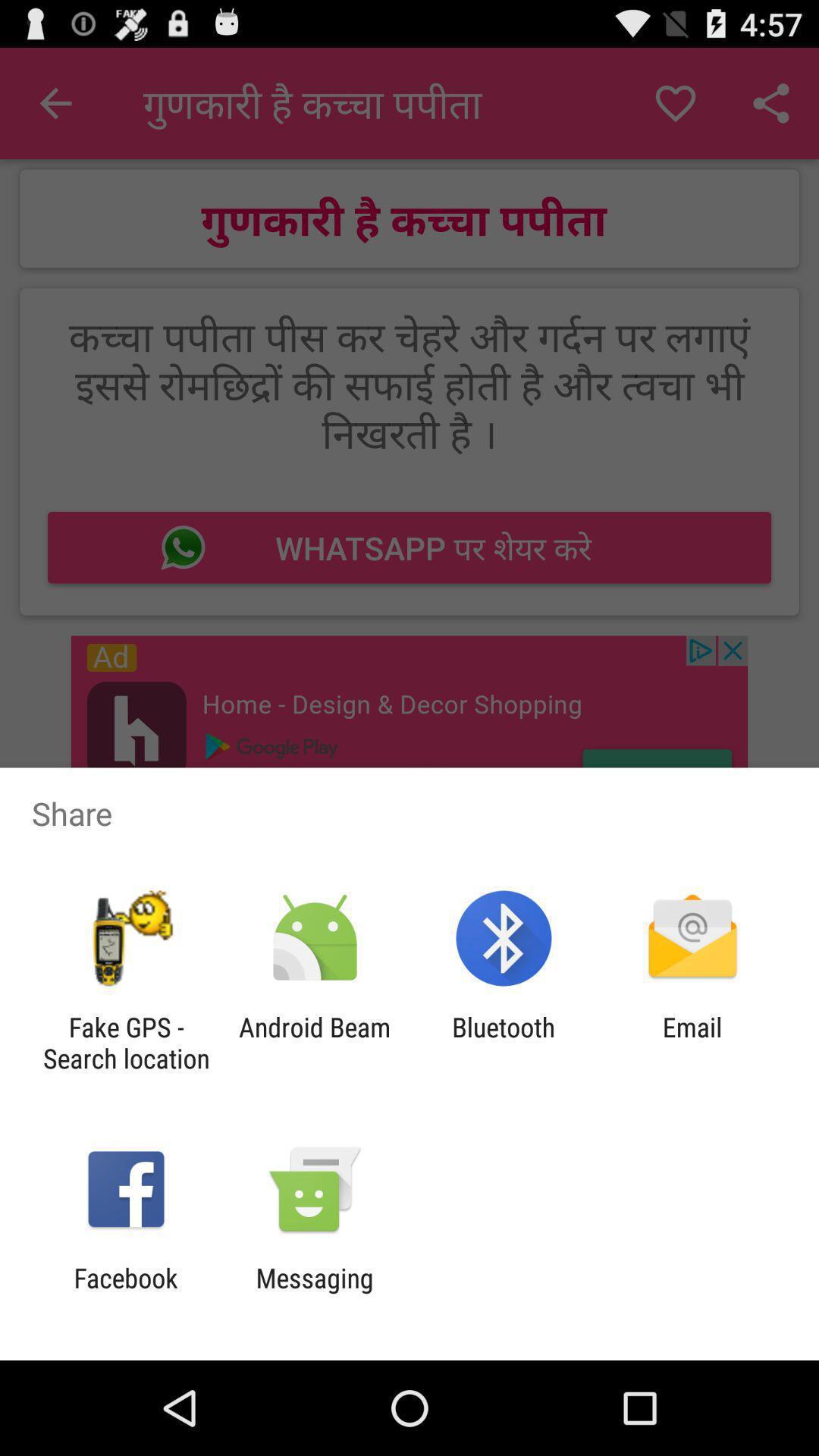 The width and height of the screenshot is (819, 1456). I want to click on messaging app, so click(314, 1293).